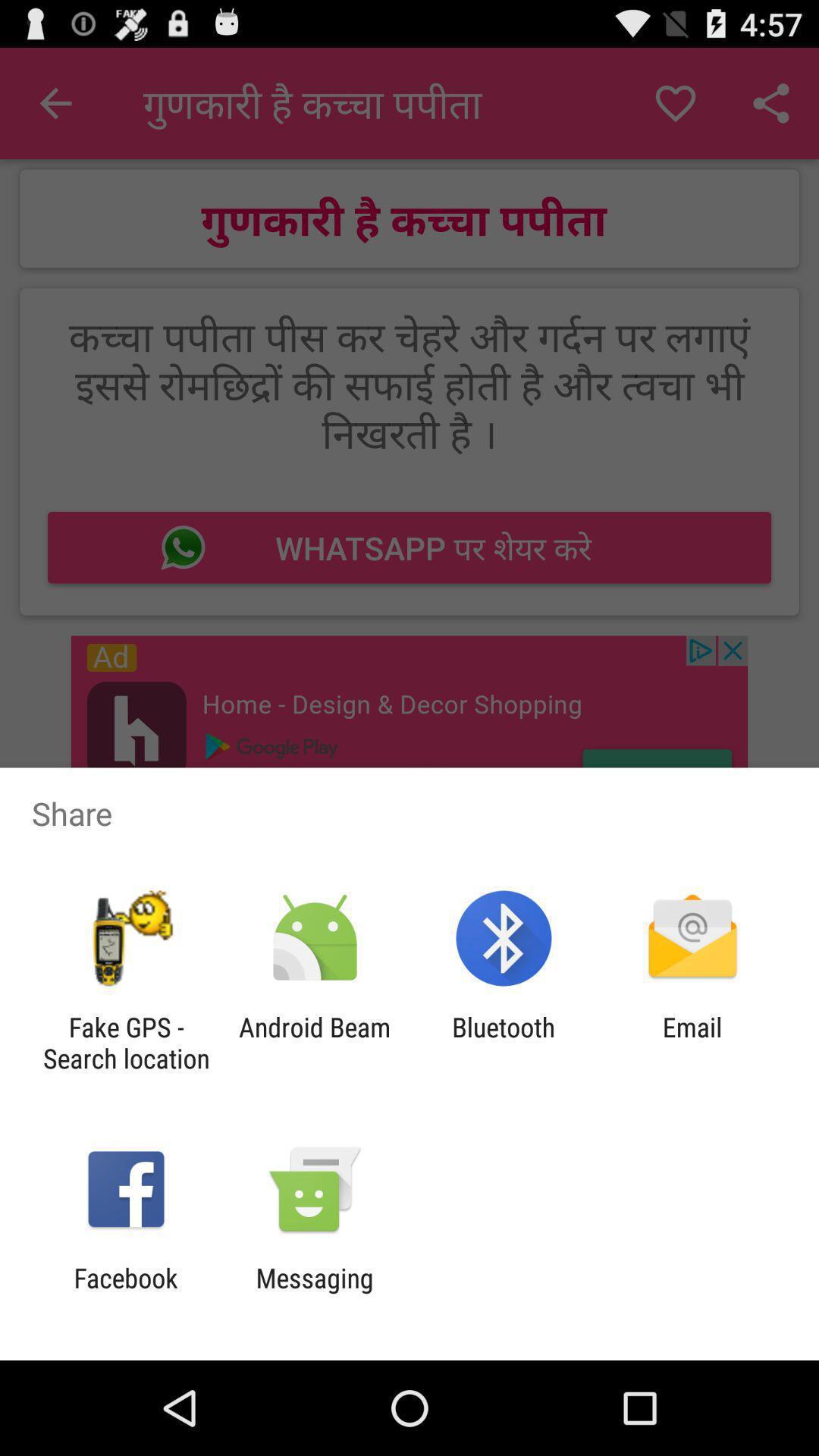 The width and height of the screenshot is (819, 1456). I want to click on messaging app, so click(314, 1293).